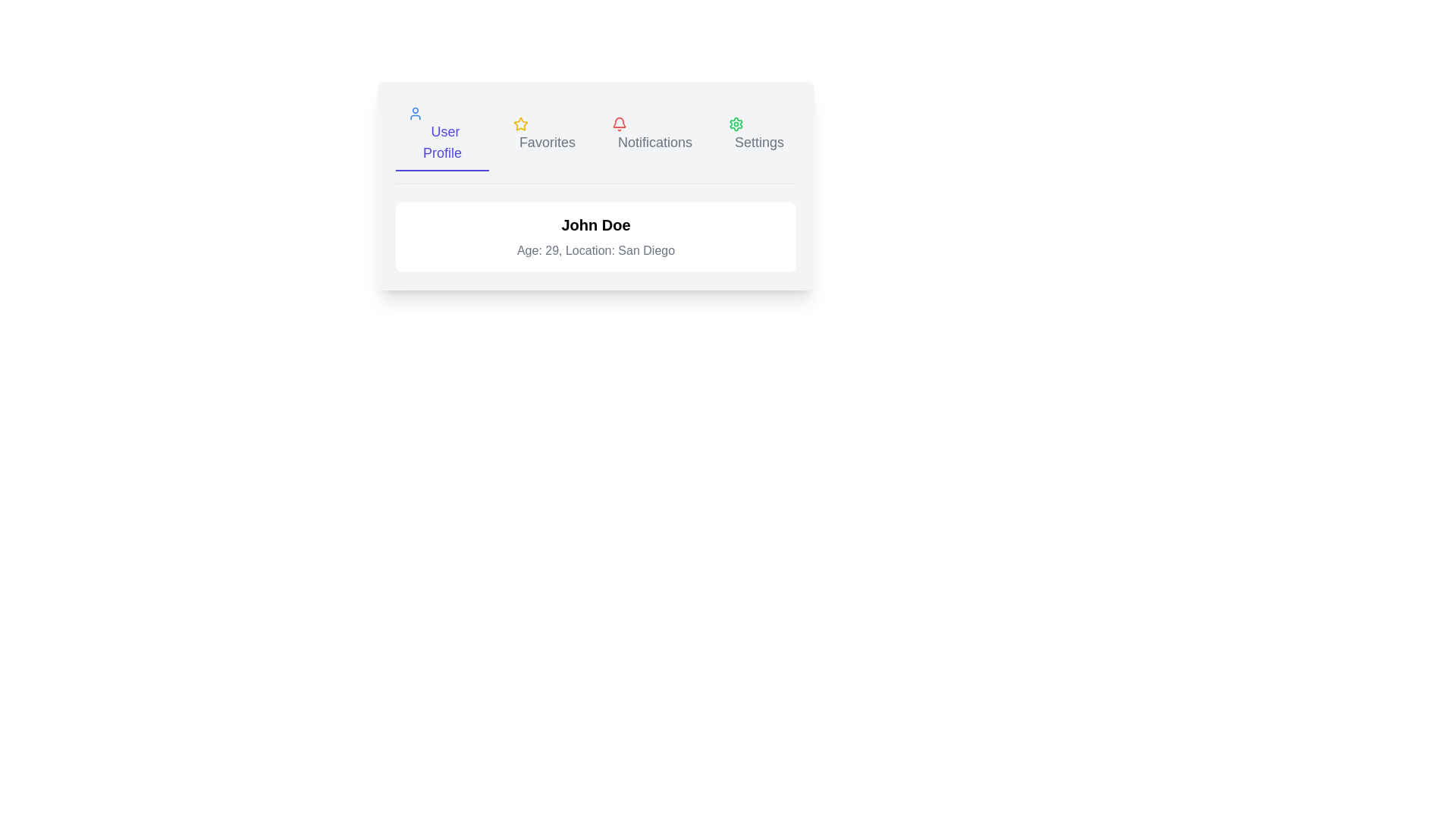  I want to click on the decorative 'User Profile' icon located in the navigation header, which is the first visual element in the 'User Profile' tab, so click(415, 113).